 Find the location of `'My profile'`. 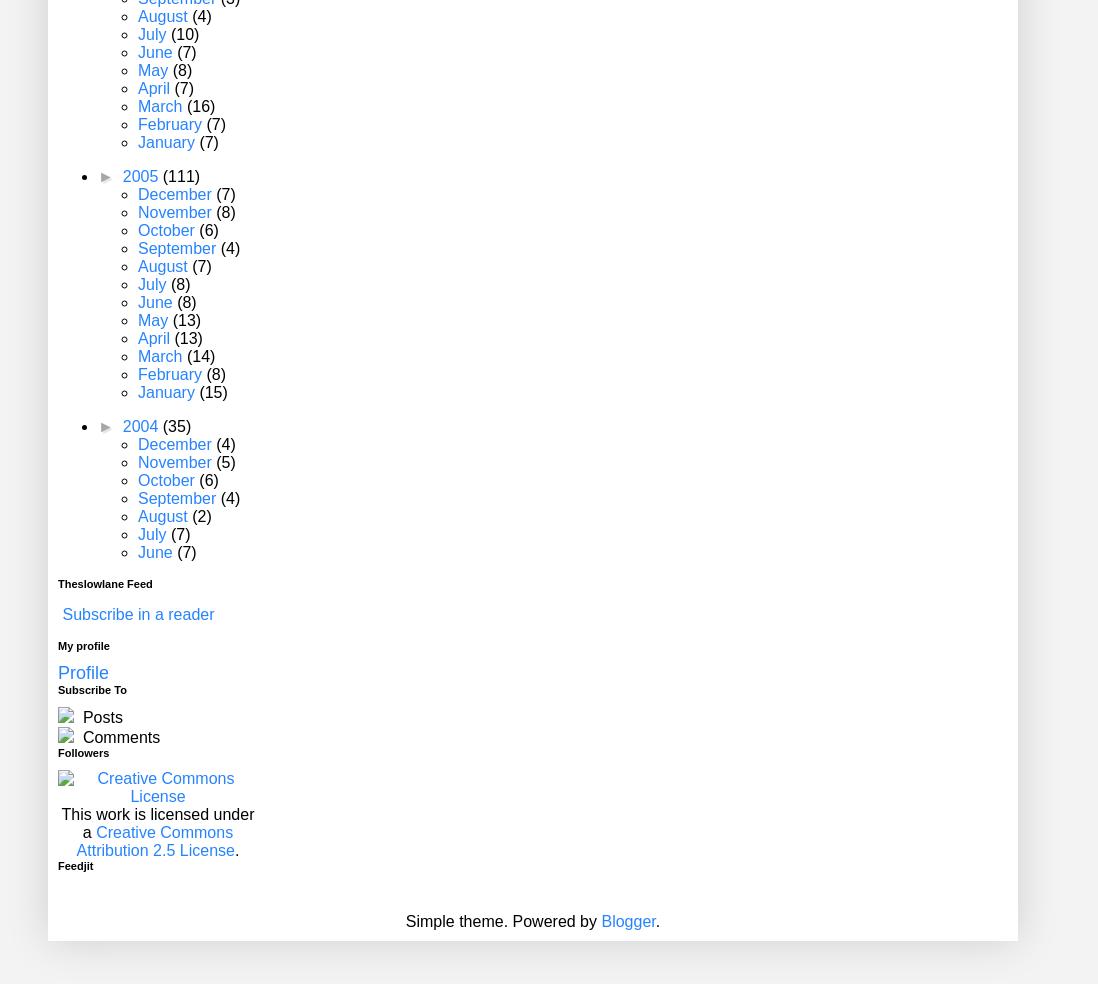

'My profile' is located at coordinates (56, 645).